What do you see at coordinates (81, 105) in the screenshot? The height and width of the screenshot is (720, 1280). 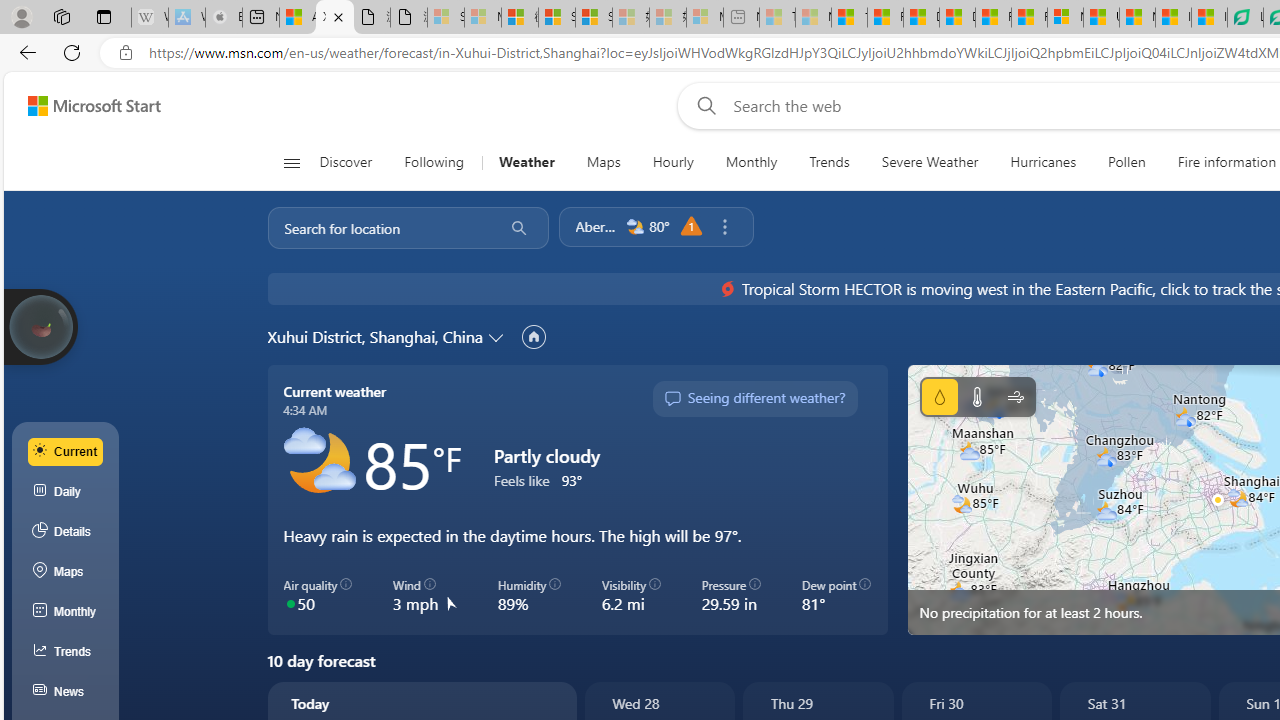 I see `'Skip to footer'` at bounding box center [81, 105].